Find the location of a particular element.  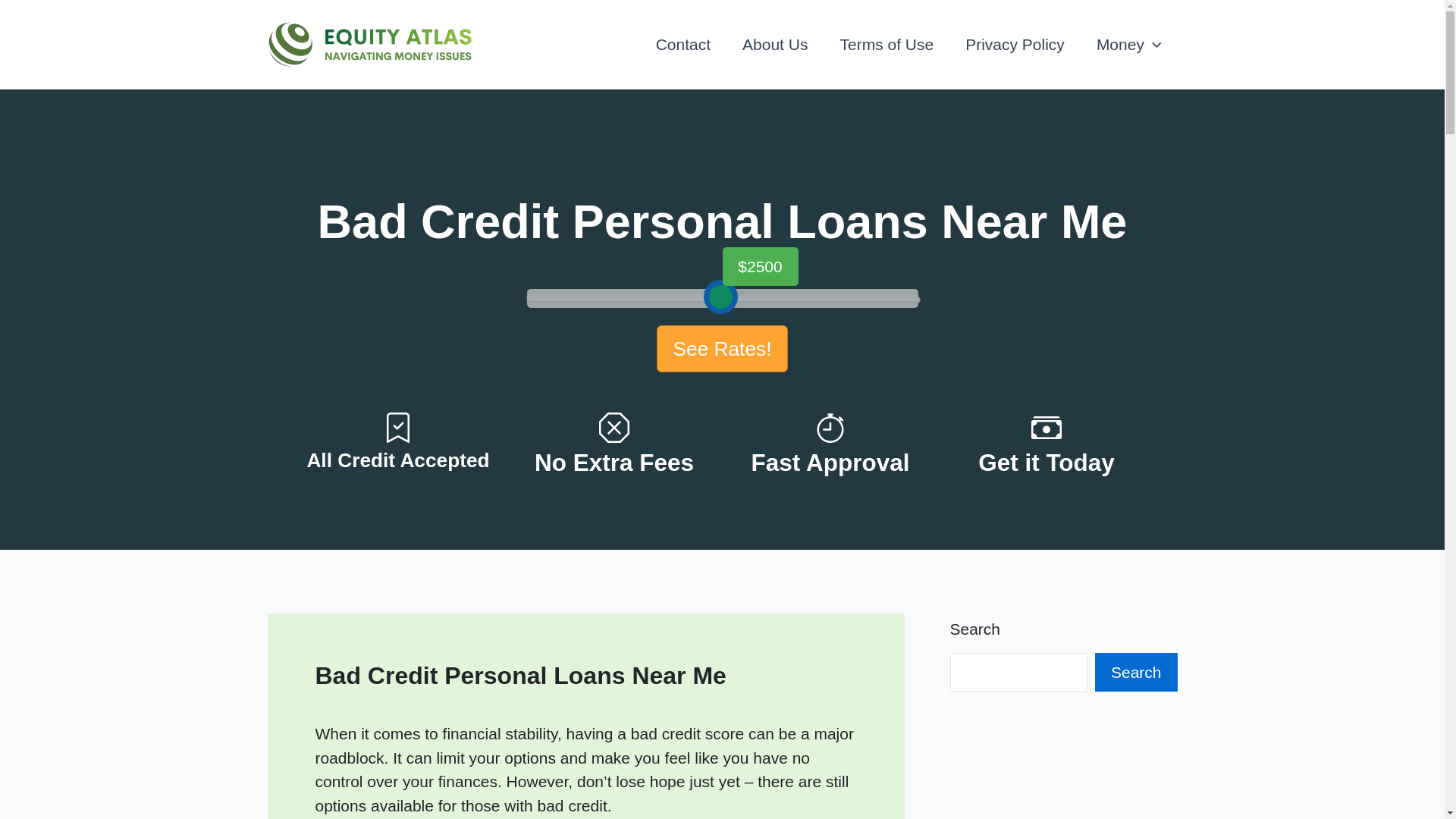

'See Rates!' is located at coordinates (722, 348).